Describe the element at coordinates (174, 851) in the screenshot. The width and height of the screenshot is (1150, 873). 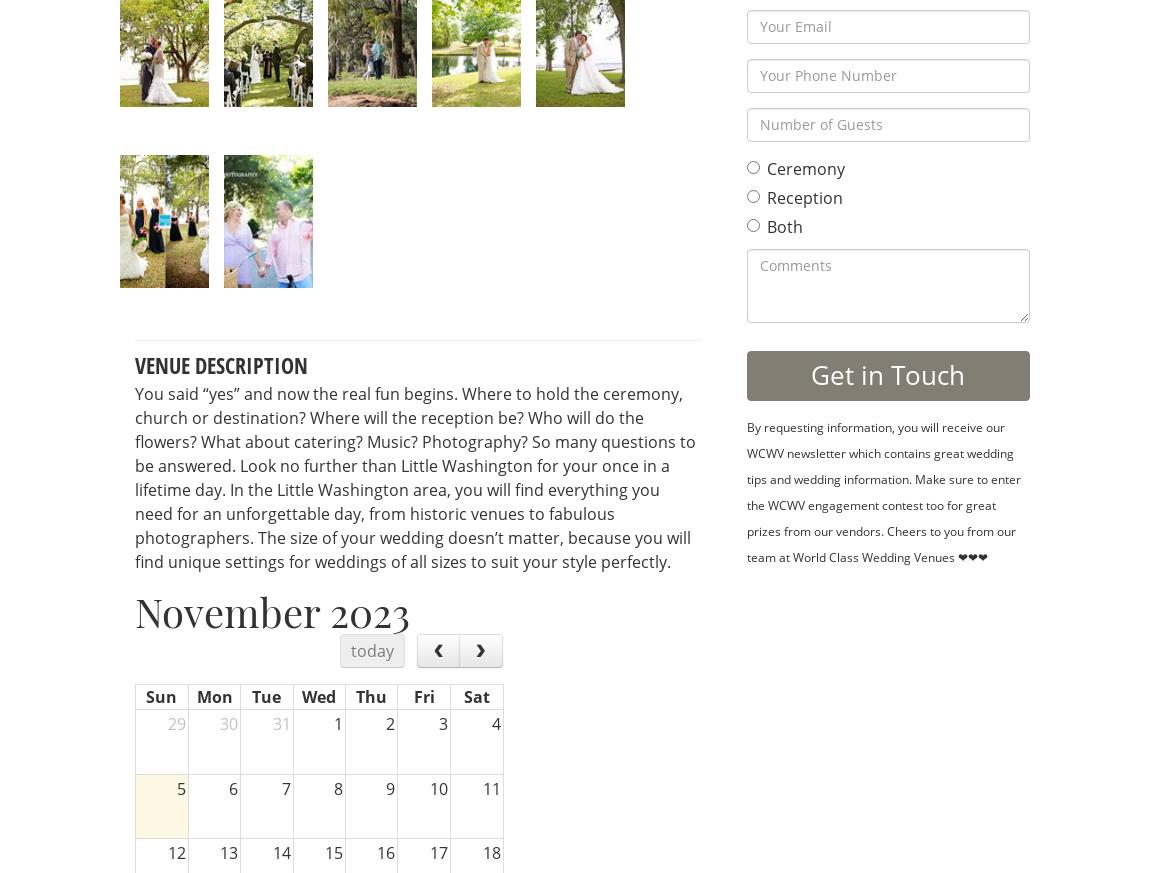
I see `'12'` at that location.